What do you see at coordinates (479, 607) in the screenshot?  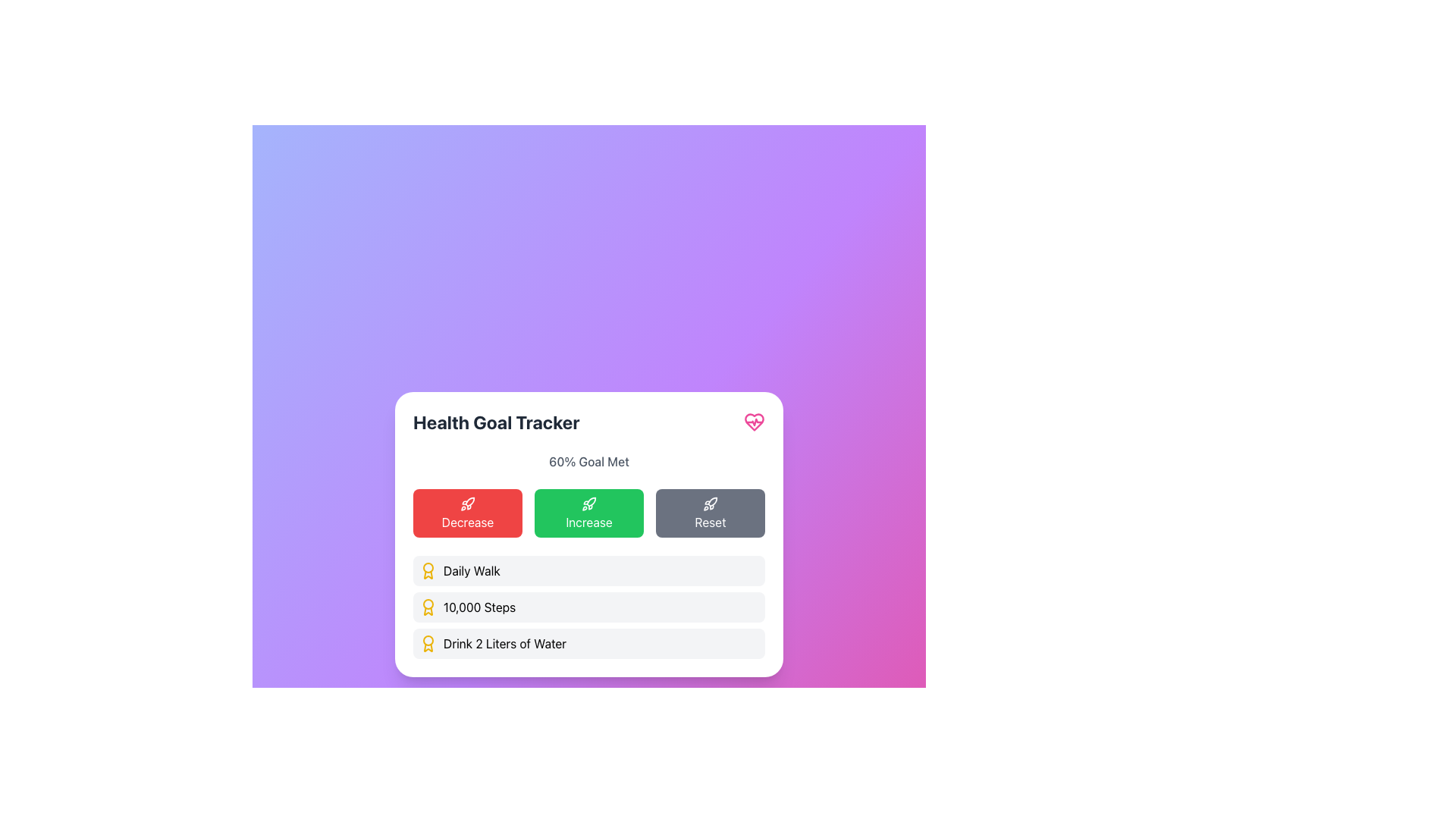 I see `the second text label in the health tracking list that describes the goal of taking 10,000 steps, located to the right of the award icon` at bounding box center [479, 607].